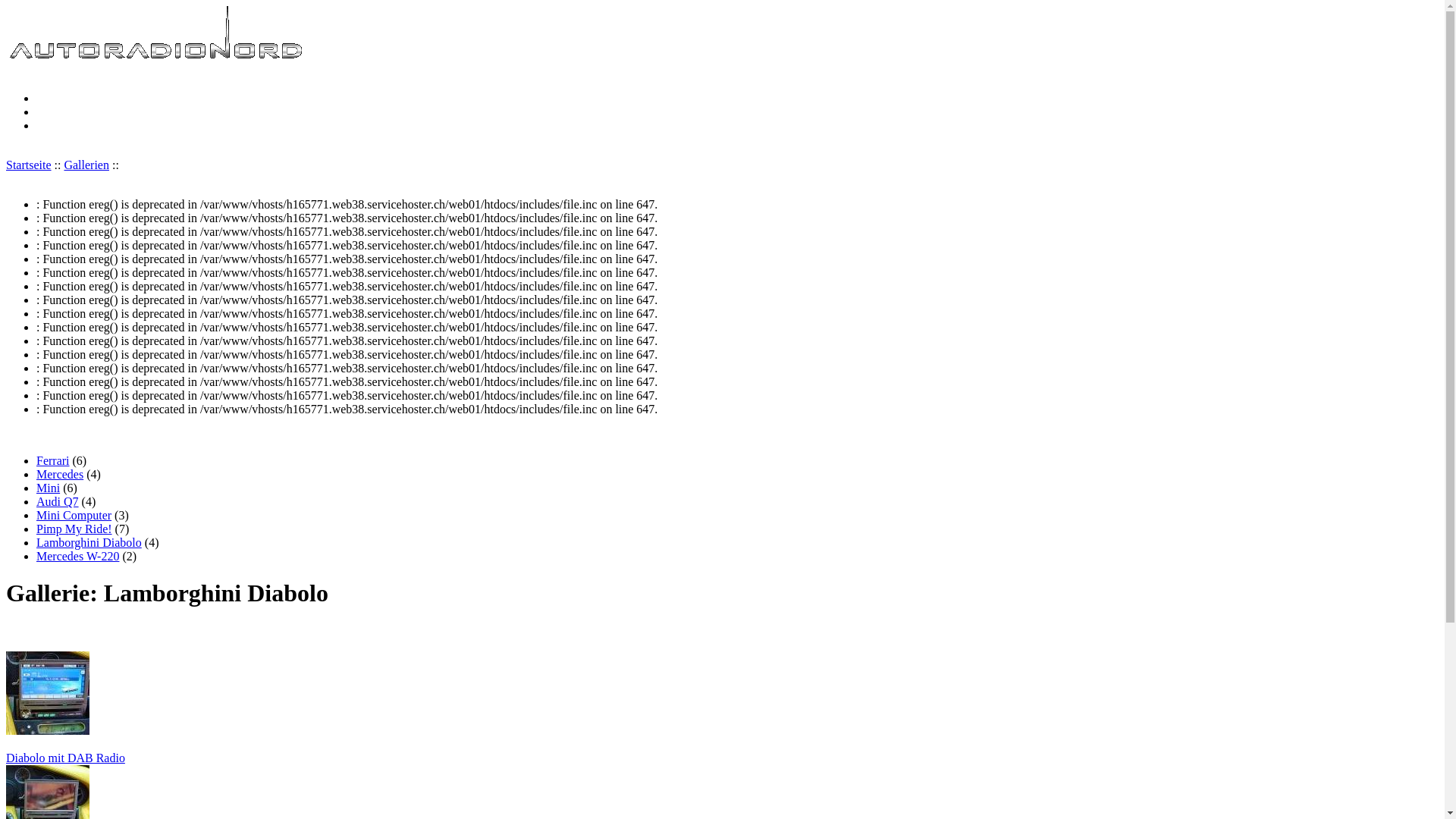 The image size is (1456, 819). I want to click on 'Mini', so click(48, 488).